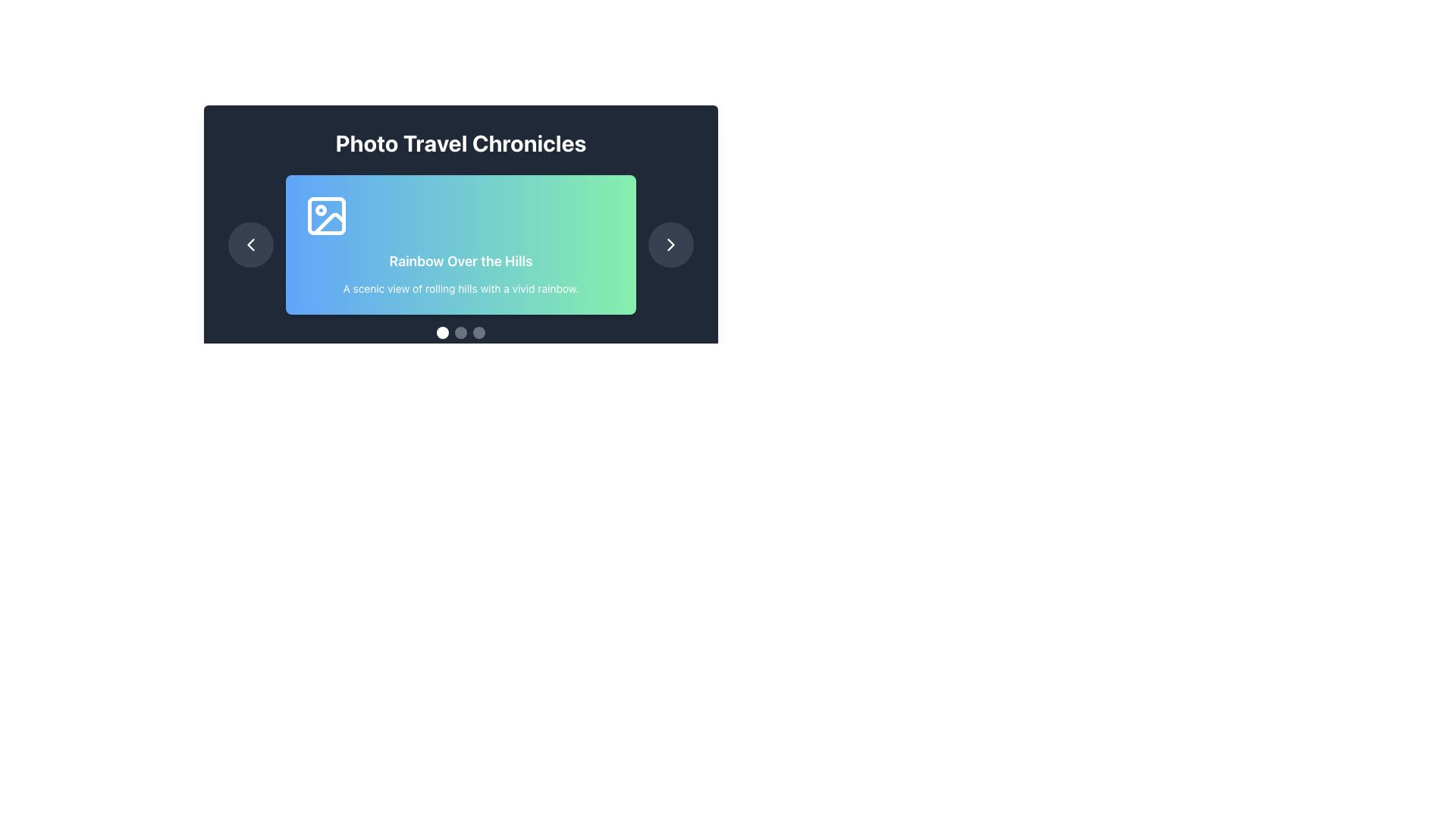 The image size is (1456, 819). What do you see at coordinates (442, 332) in the screenshot?
I see `the leftmost Carousel Indicator, which is a small circular icon with a white background and solid border` at bounding box center [442, 332].